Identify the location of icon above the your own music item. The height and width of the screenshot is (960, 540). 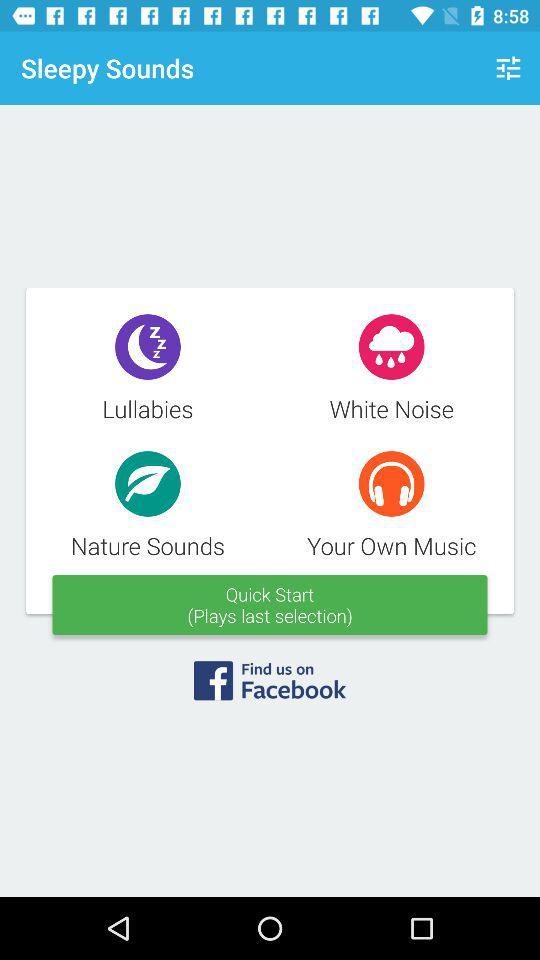
(508, 68).